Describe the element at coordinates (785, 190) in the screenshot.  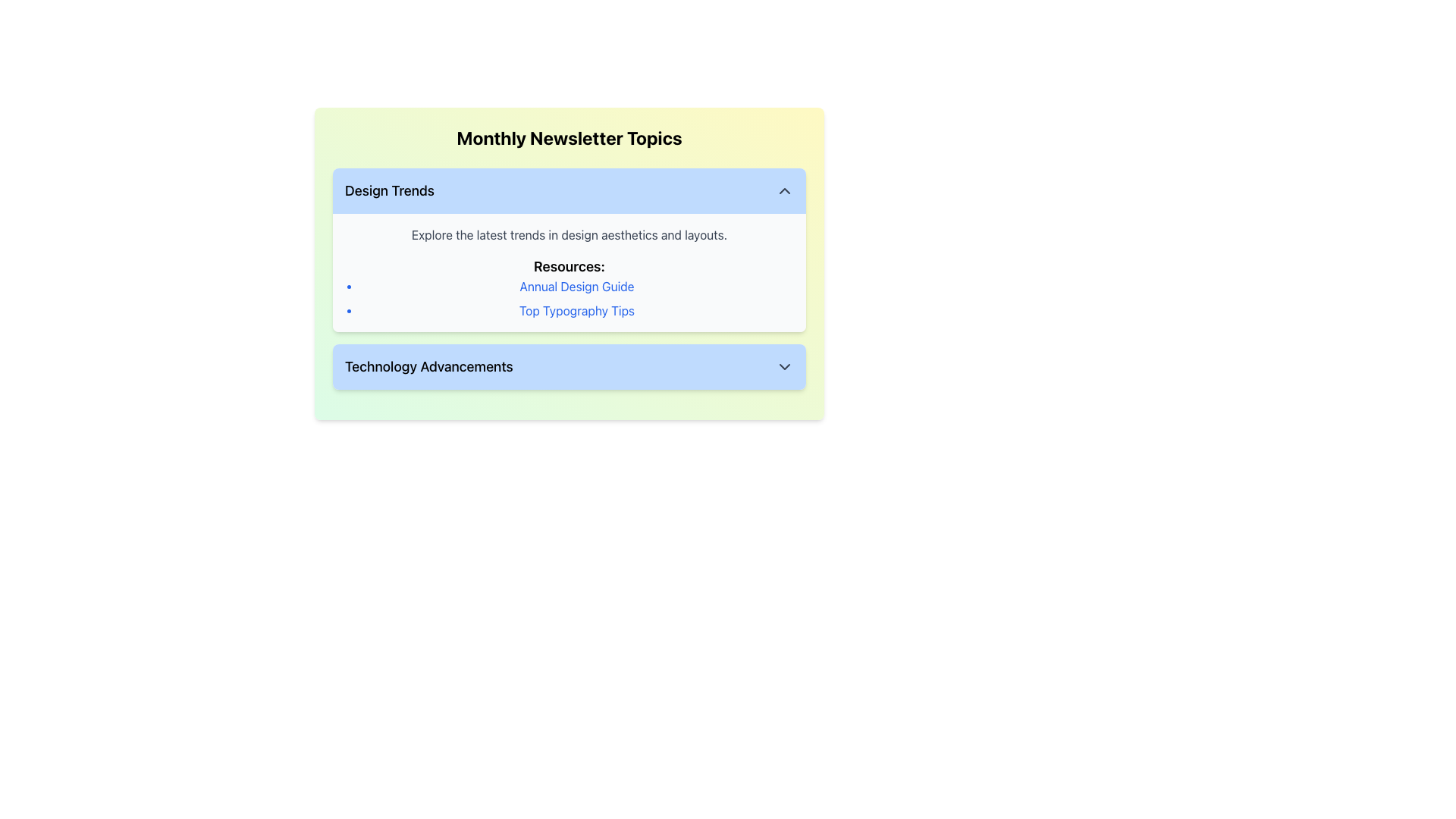
I see `the upward-pointing arrow icon button located at the right end of the 'Design Trends' section` at that location.